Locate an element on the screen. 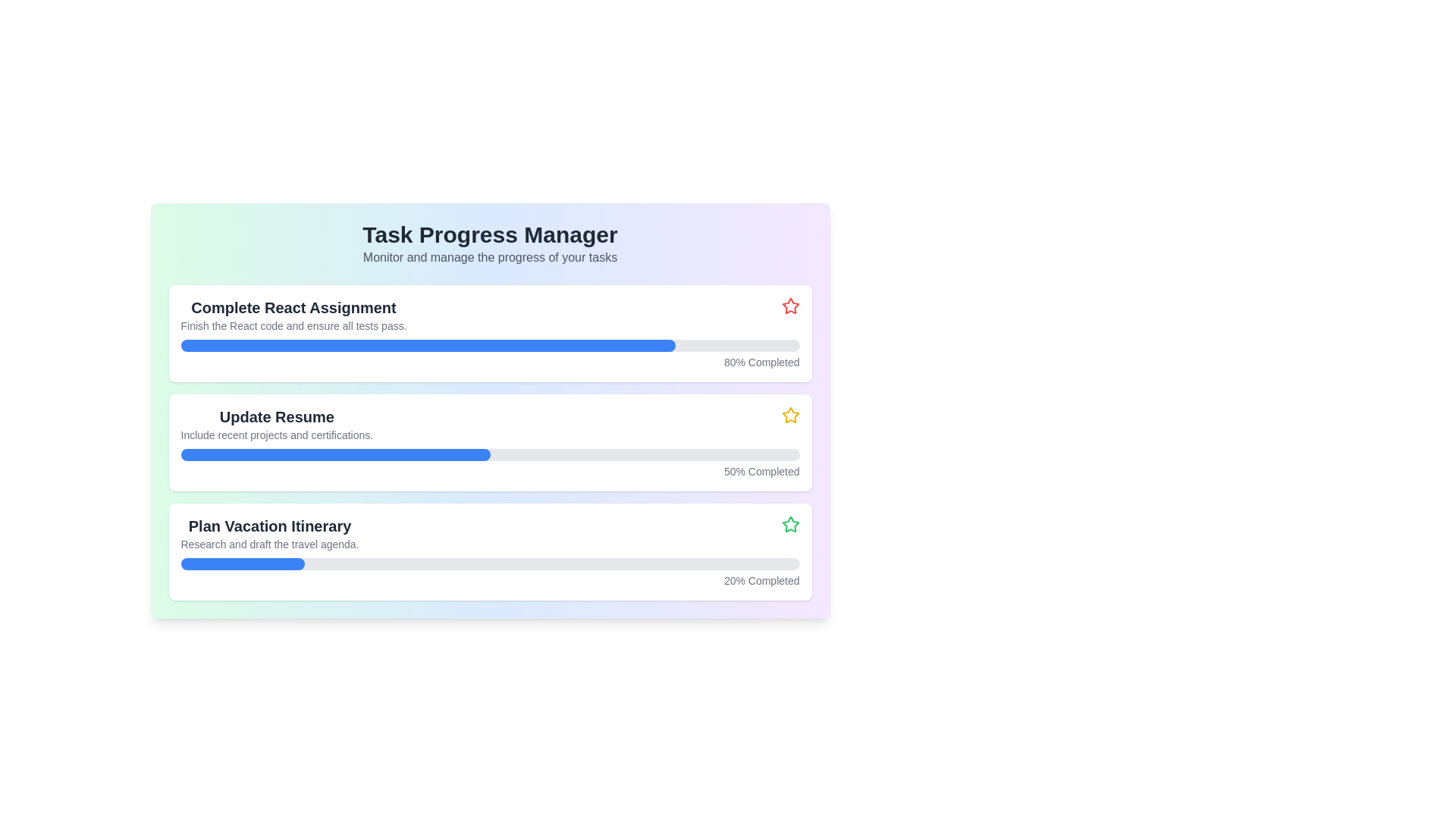 This screenshot has width=1456, height=819. task progress is located at coordinates (521, 564).